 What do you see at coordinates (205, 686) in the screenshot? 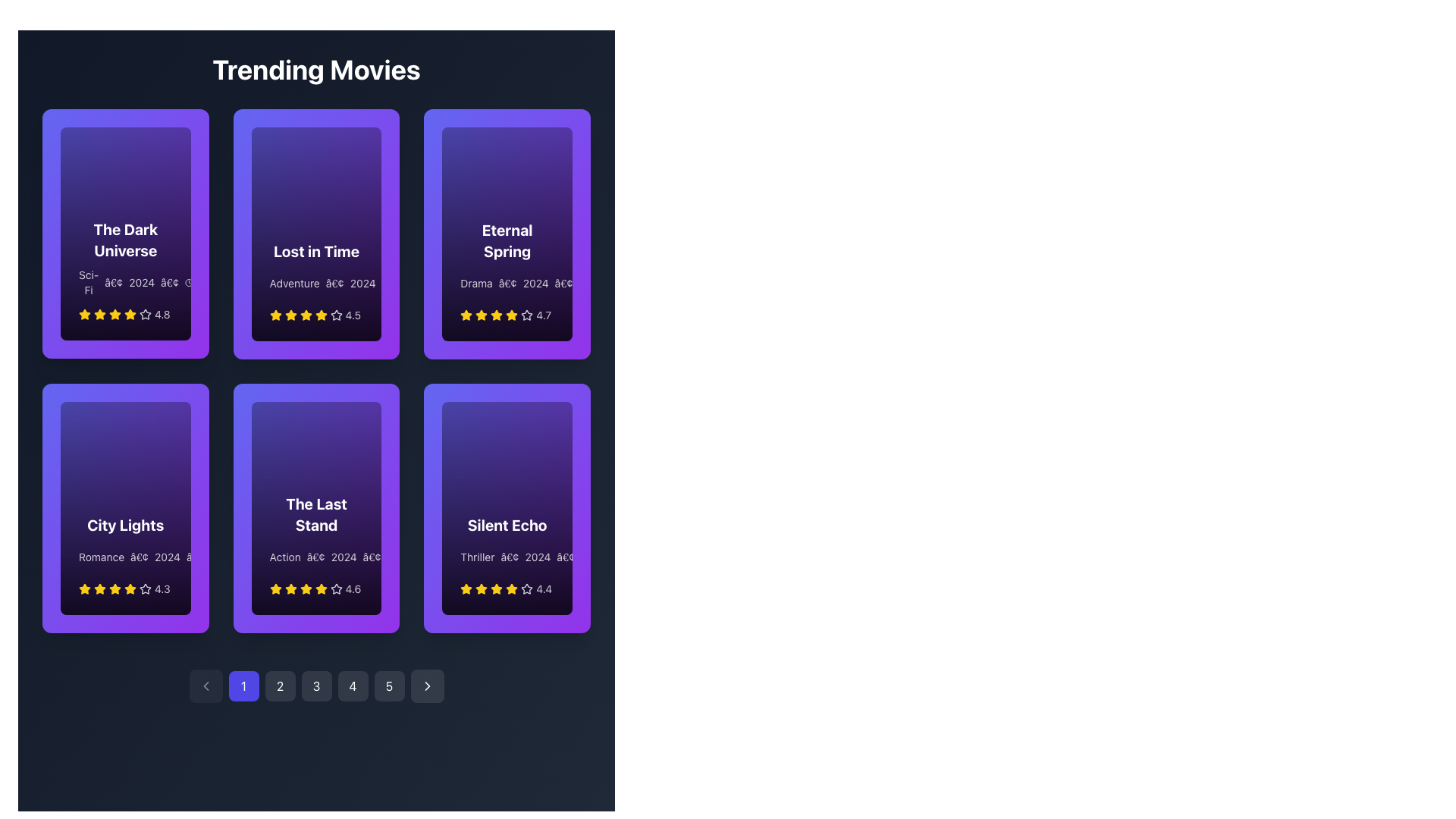
I see `the leftmost navigation button in the pagination controls` at bounding box center [205, 686].